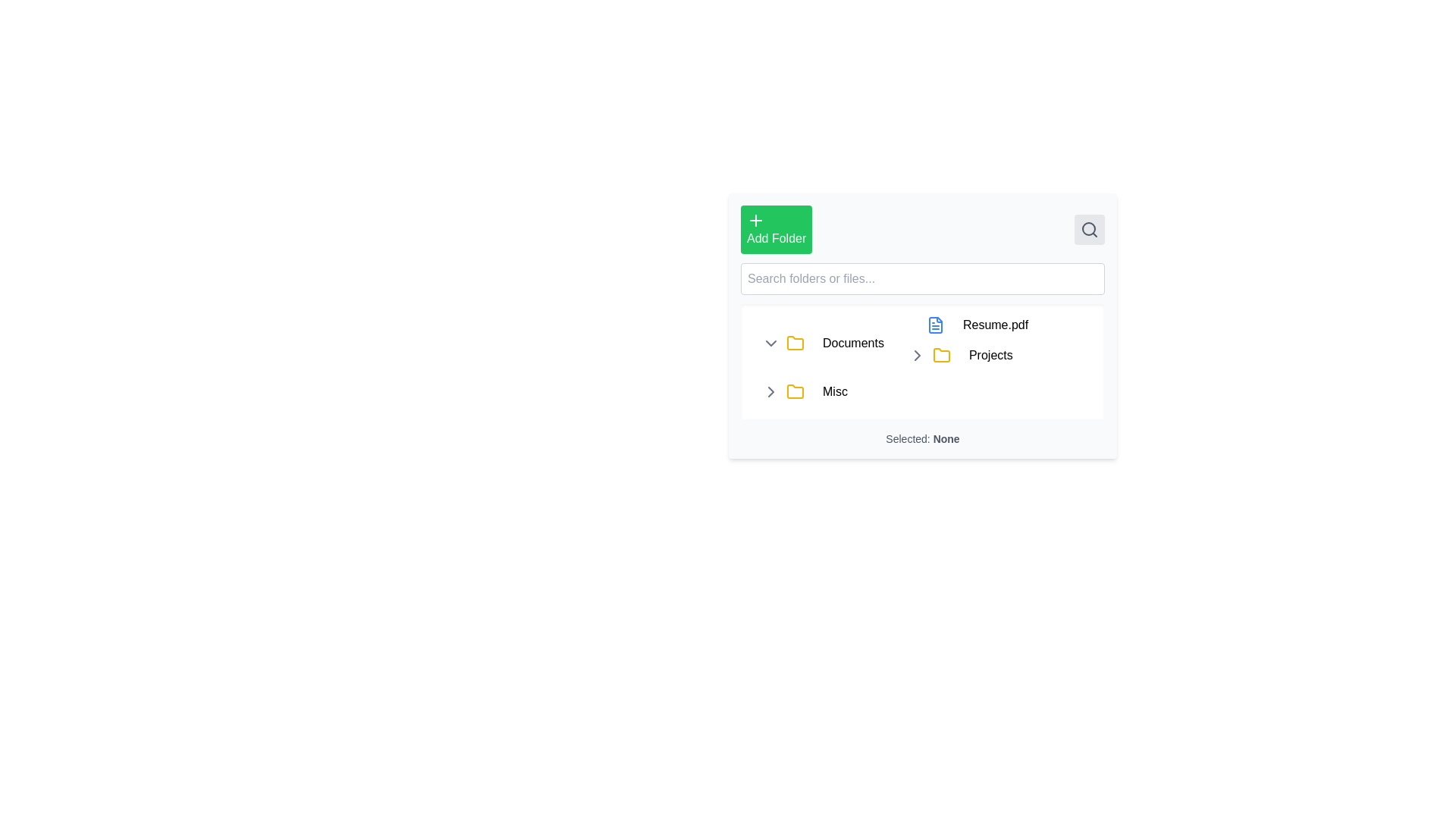 The height and width of the screenshot is (819, 1456). What do you see at coordinates (795, 343) in the screenshot?
I see `the folder icon with a yellow outline located to the left of the 'Projects' text label` at bounding box center [795, 343].